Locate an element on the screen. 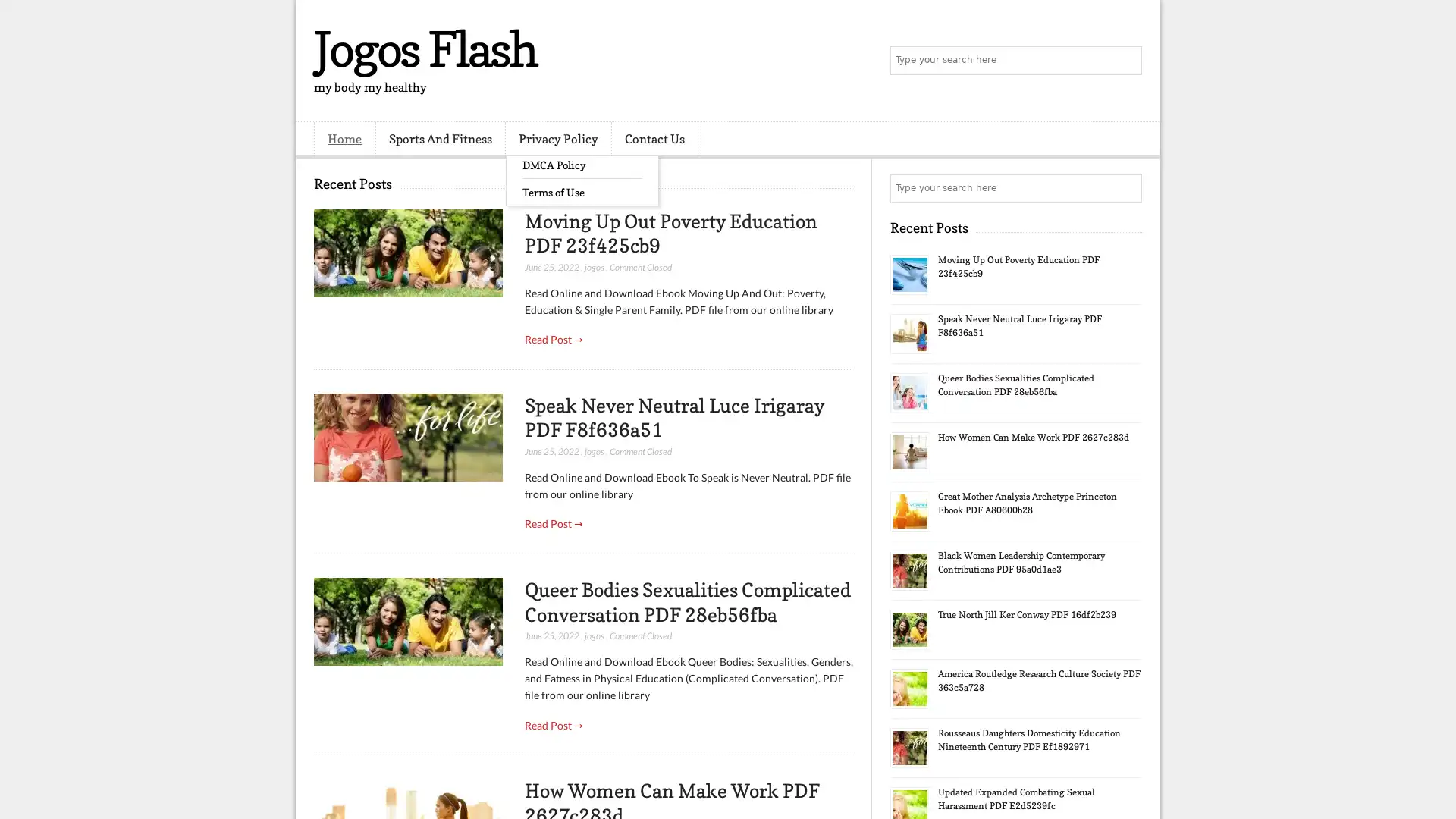 The image size is (1456, 819). Search is located at coordinates (1126, 188).